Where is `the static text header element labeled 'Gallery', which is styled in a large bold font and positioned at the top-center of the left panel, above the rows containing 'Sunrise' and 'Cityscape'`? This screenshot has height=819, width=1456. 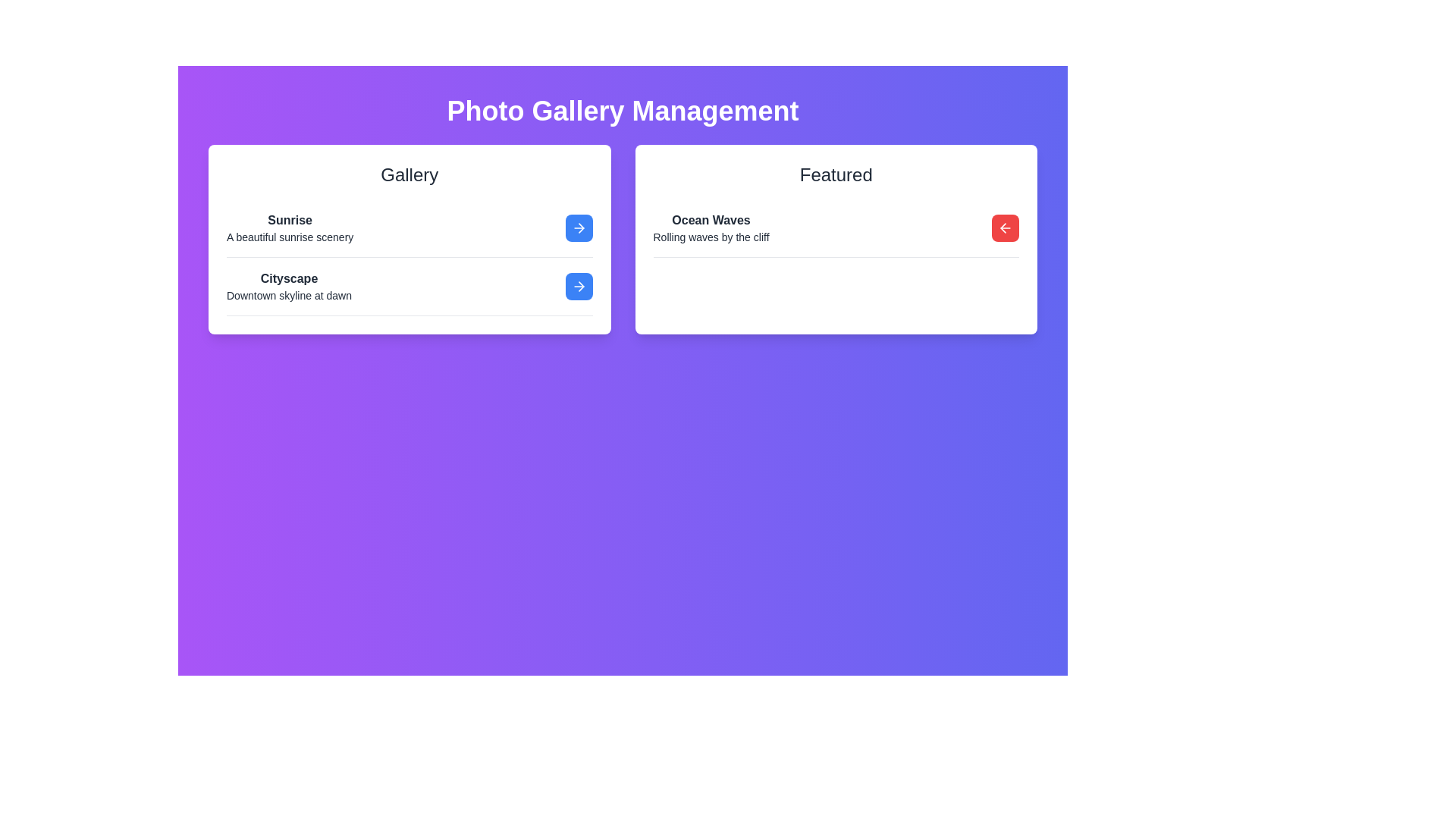 the static text header element labeled 'Gallery', which is styled in a large bold font and positioned at the top-center of the left panel, above the rows containing 'Sunrise' and 'Cityscape' is located at coordinates (409, 174).